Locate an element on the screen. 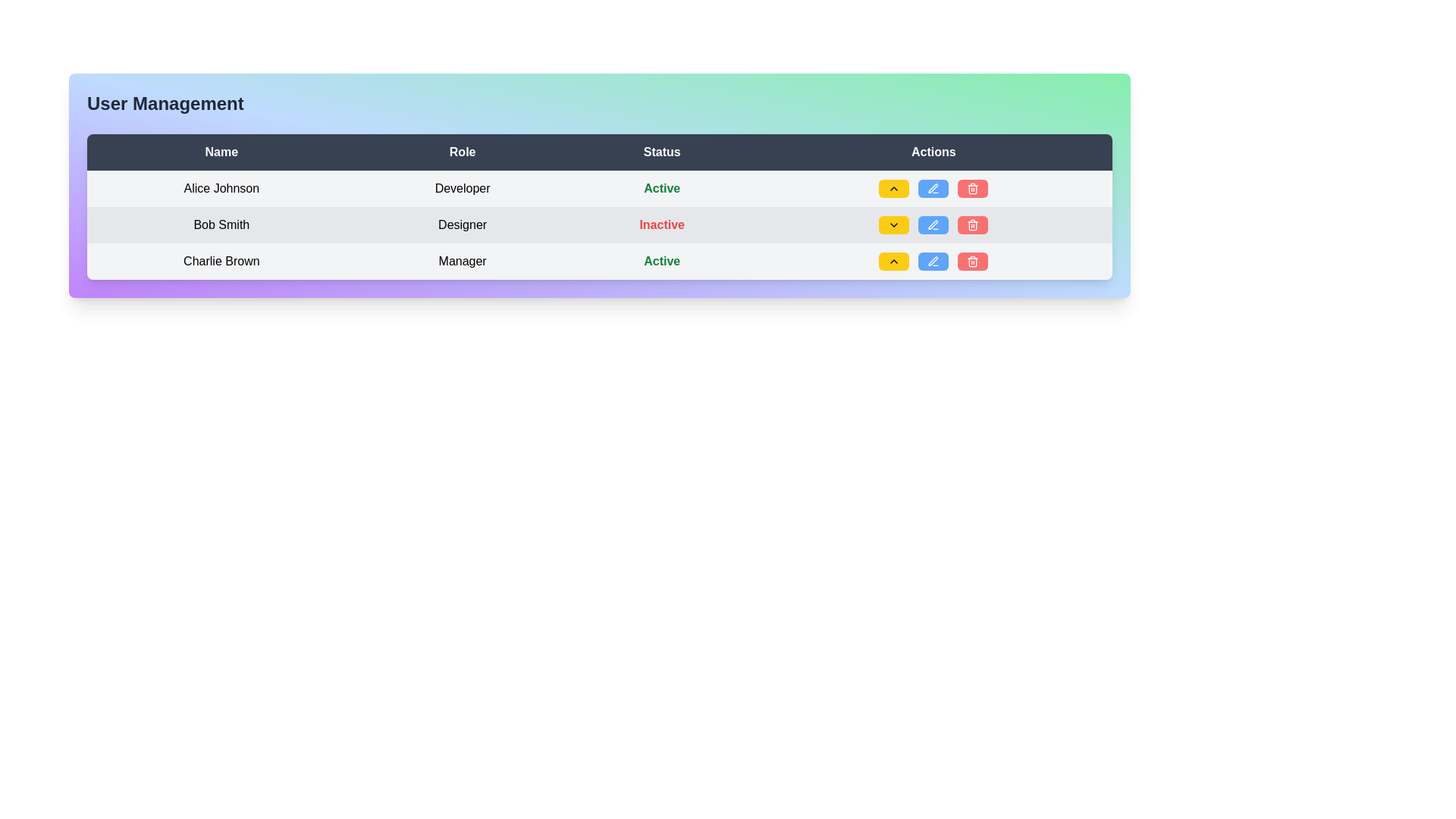 Image resolution: width=1456 pixels, height=819 pixels. the delete button icon in the Actions column of the second row in the user management table is located at coordinates (973, 225).